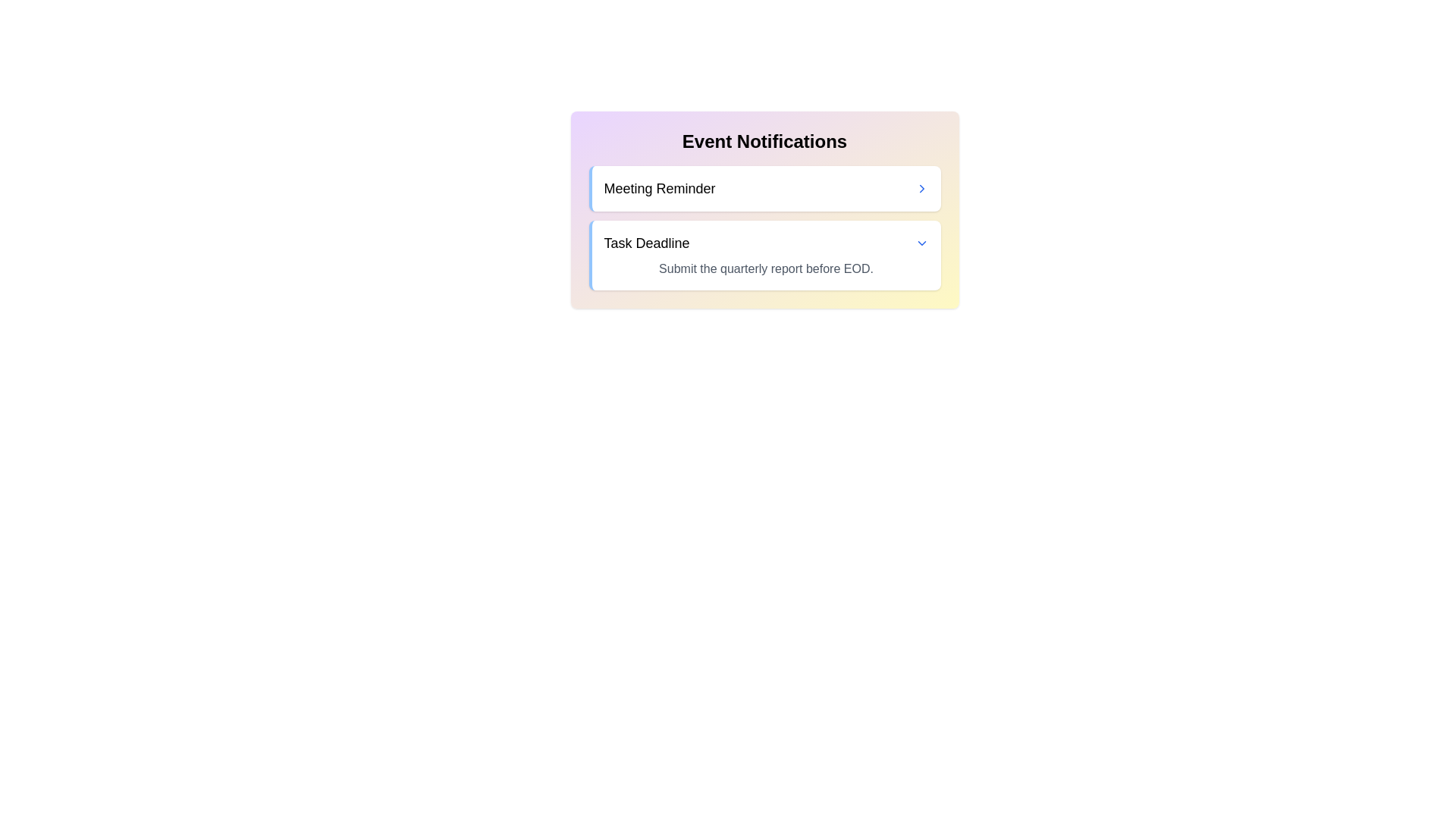 This screenshot has width=1456, height=819. What do you see at coordinates (766, 268) in the screenshot?
I see `the details of the expanded notification to focus on it` at bounding box center [766, 268].